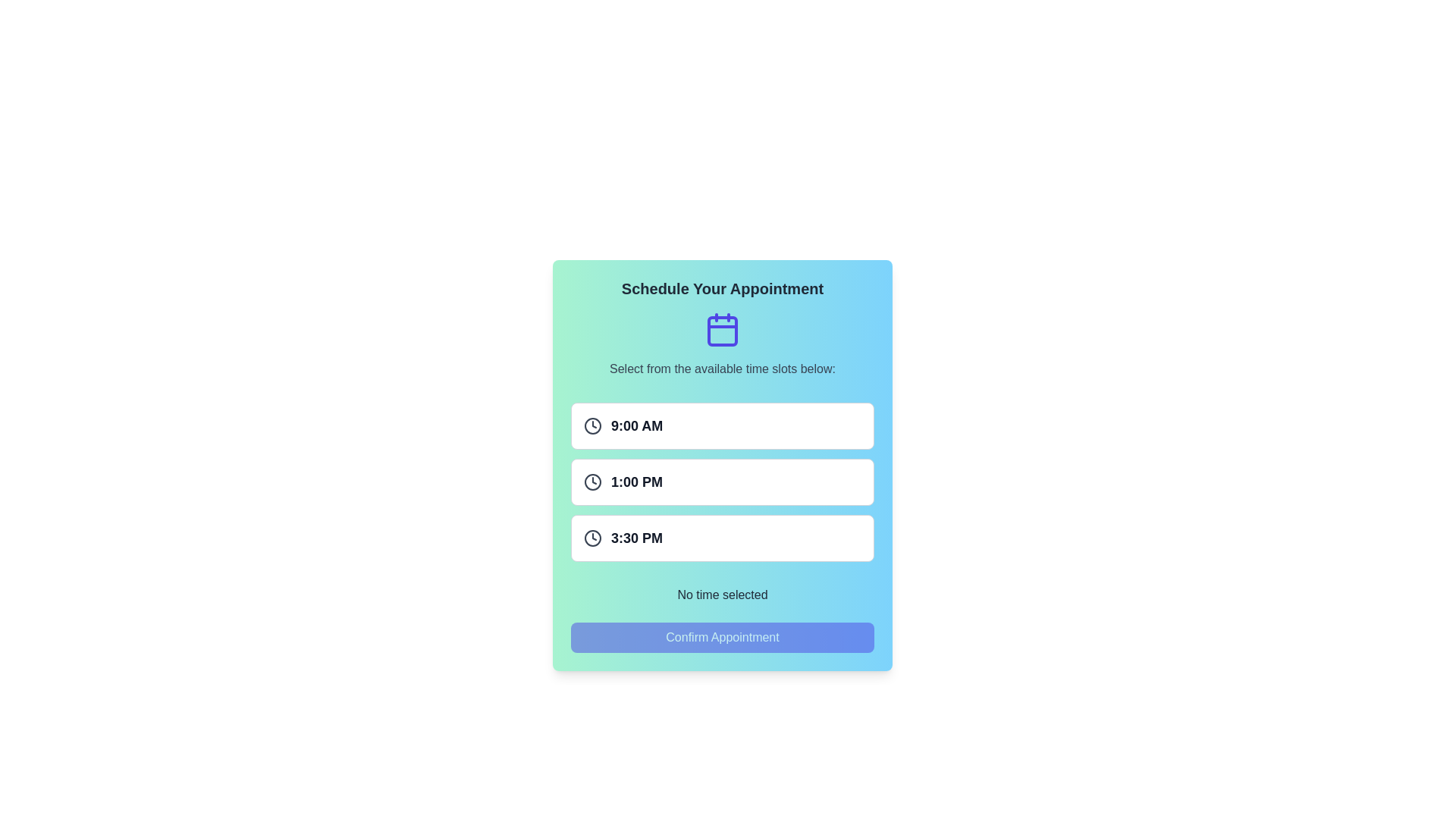 The height and width of the screenshot is (819, 1456). Describe the element at coordinates (722, 426) in the screenshot. I see `the 9:00 AM time slot button, which is the first in a list of three buttons for scheduling appointments` at that location.